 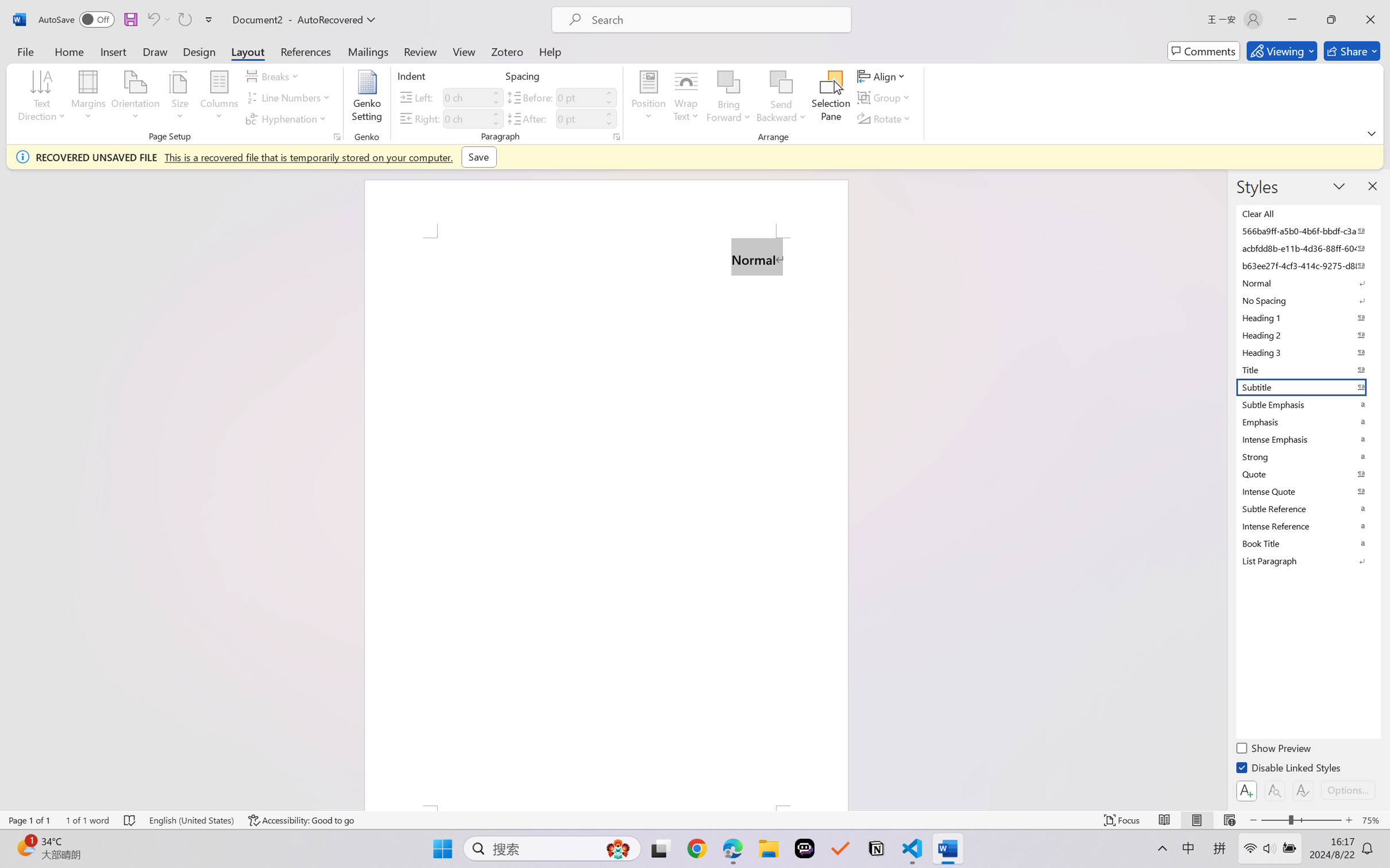 What do you see at coordinates (729, 98) in the screenshot?
I see `'Bring Forward'` at bounding box center [729, 98].